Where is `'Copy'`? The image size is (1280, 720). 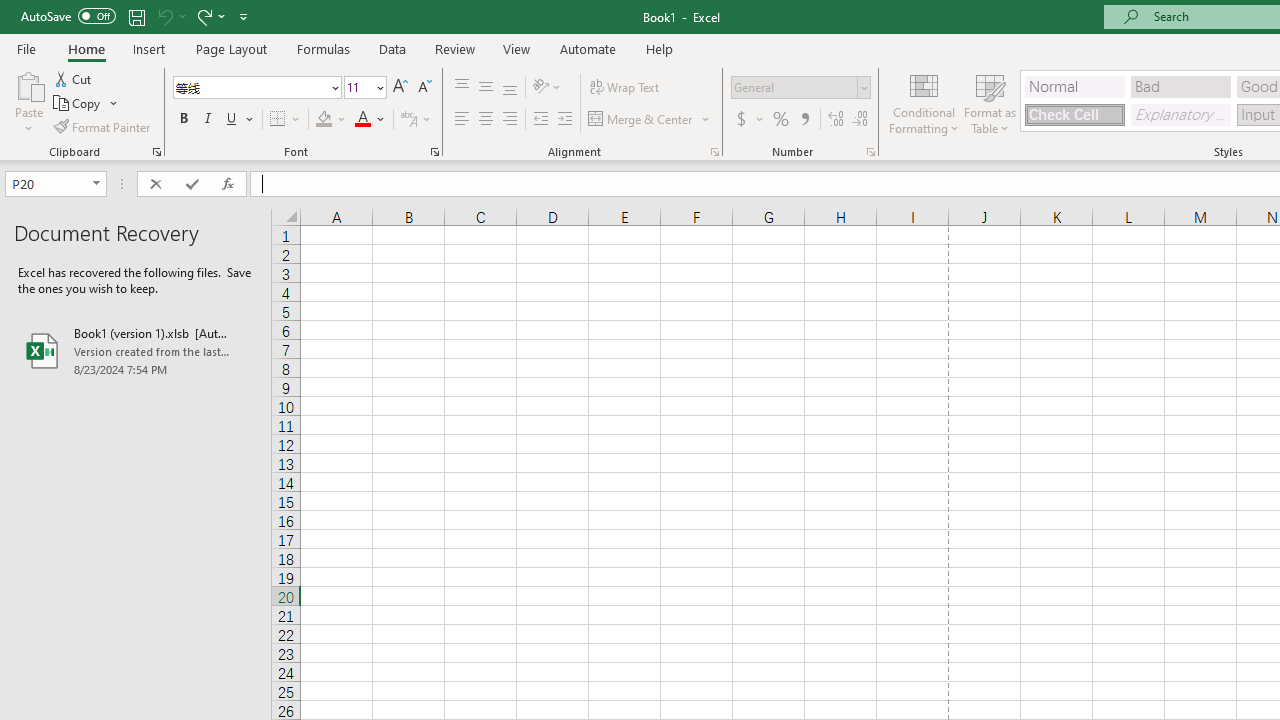
'Copy' is located at coordinates (85, 103).